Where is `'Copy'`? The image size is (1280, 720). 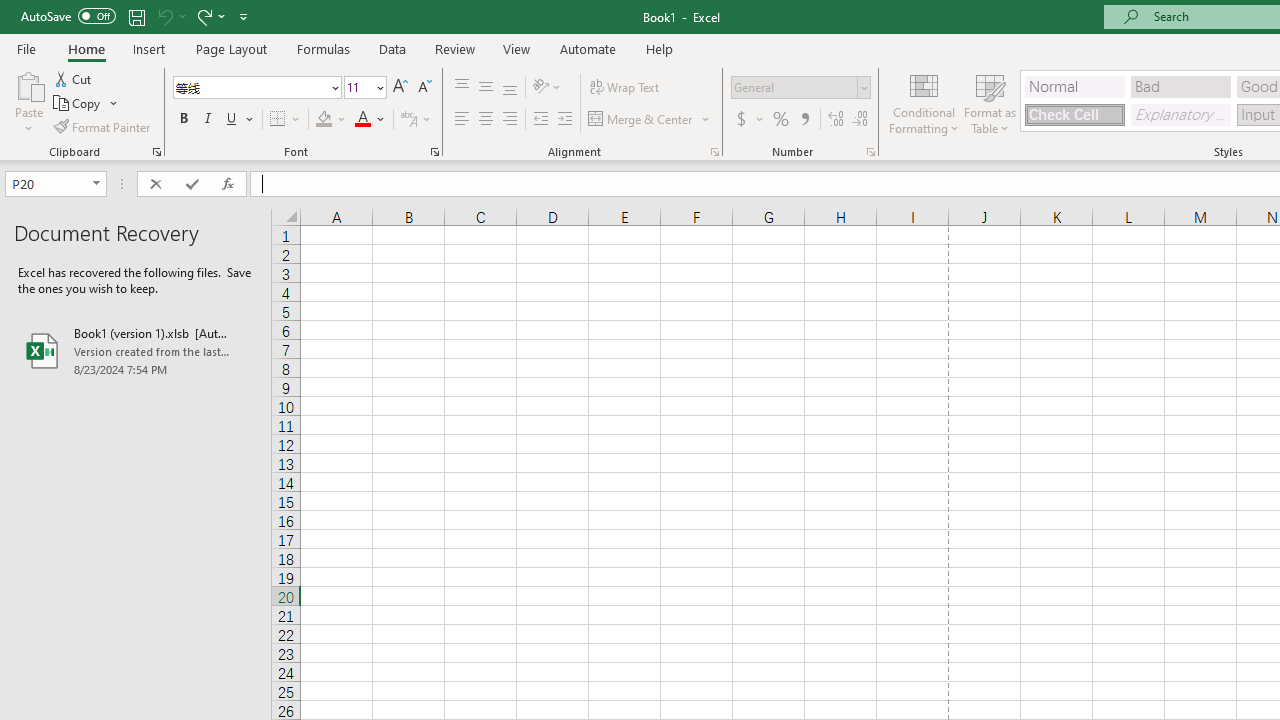
'Copy' is located at coordinates (85, 103).